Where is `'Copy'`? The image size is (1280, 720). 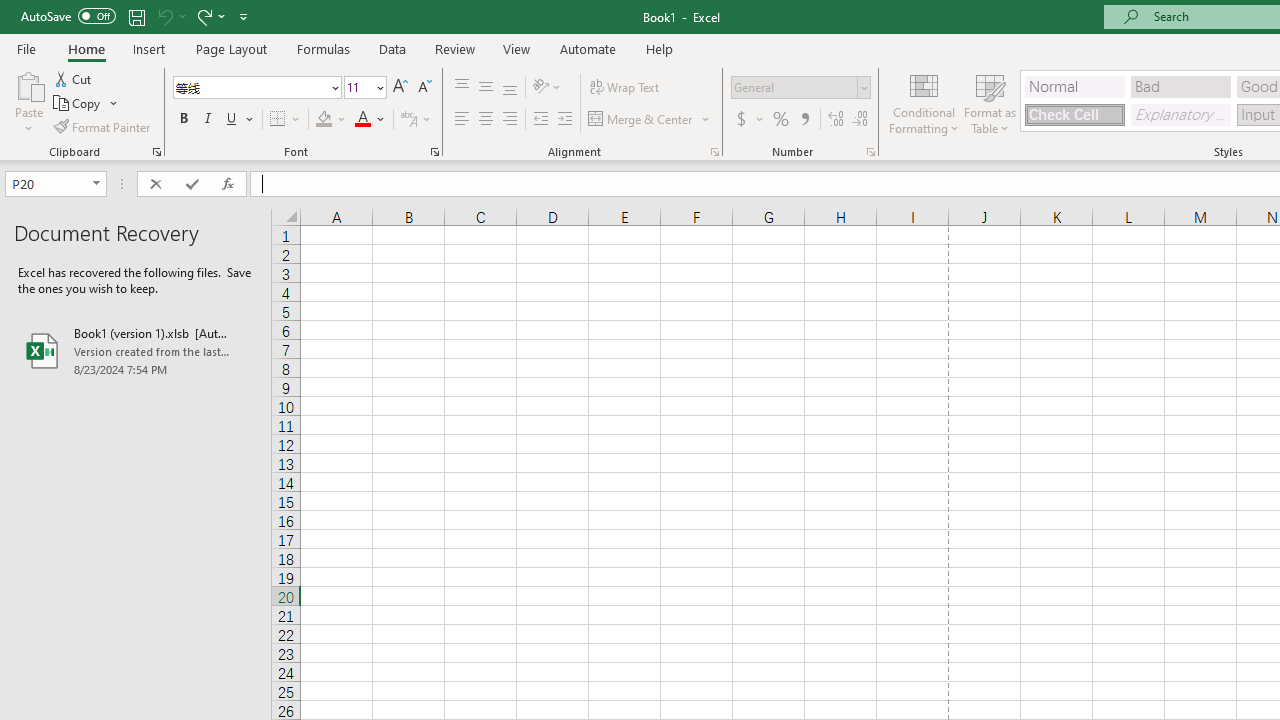
'Copy' is located at coordinates (85, 103).